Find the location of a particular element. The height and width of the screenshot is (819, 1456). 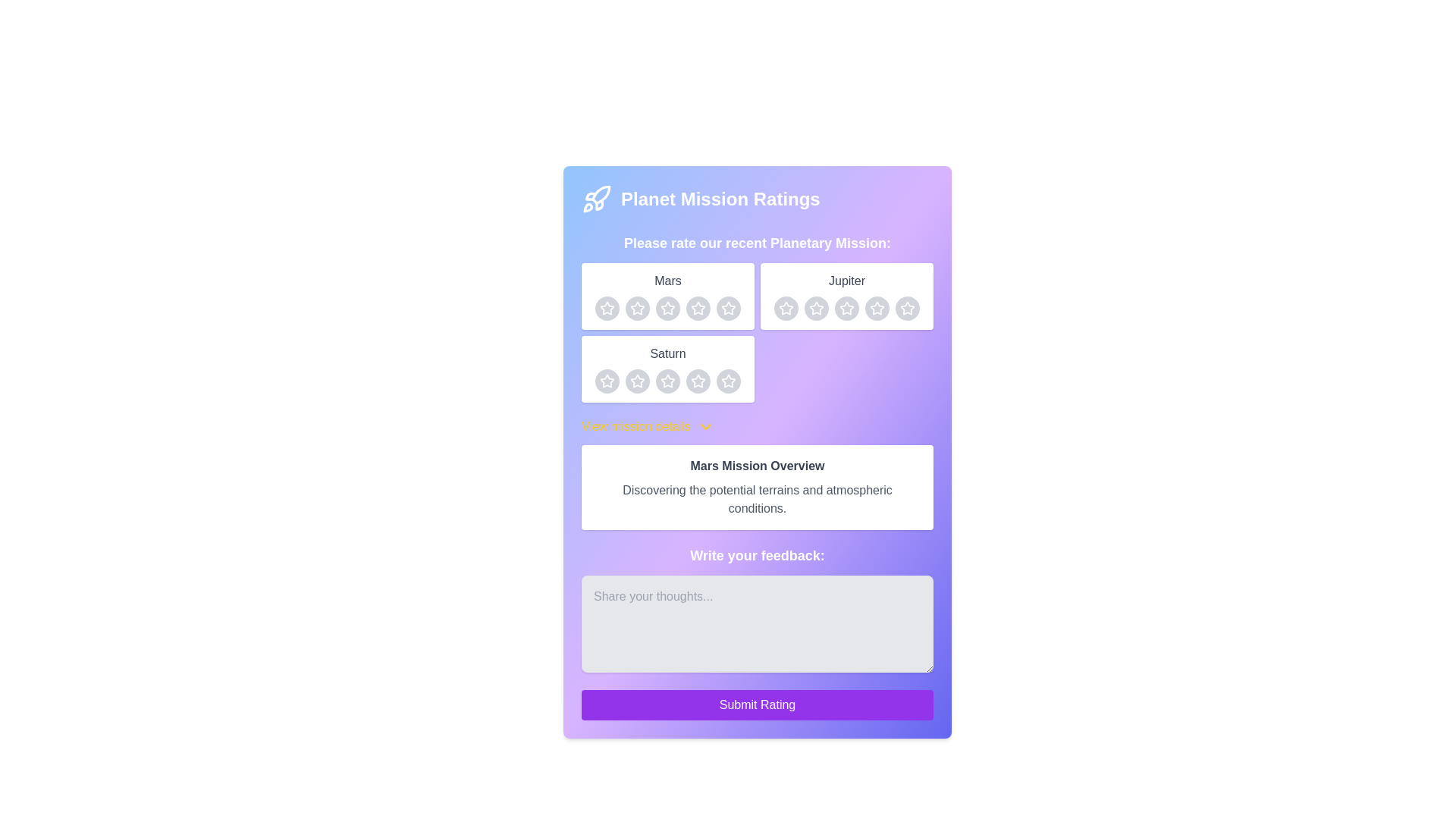

title 'Mars' from the first card in the grid layout of planetary rating cards, which has a white background and rounded edges is located at coordinates (667, 296).